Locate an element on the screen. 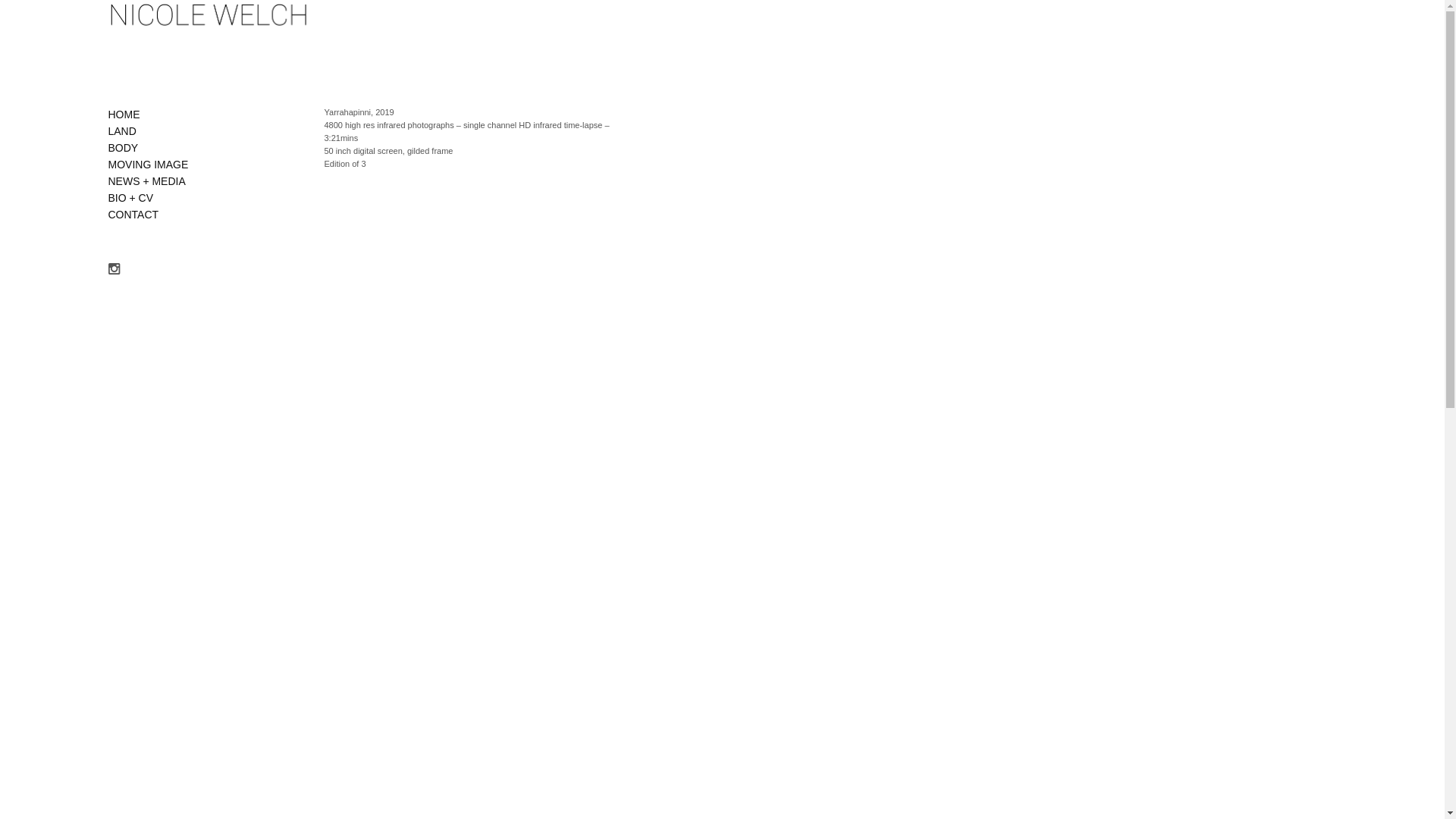 This screenshot has height=819, width=1456. 'NEWS + MEDIA' is located at coordinates (146, 180).